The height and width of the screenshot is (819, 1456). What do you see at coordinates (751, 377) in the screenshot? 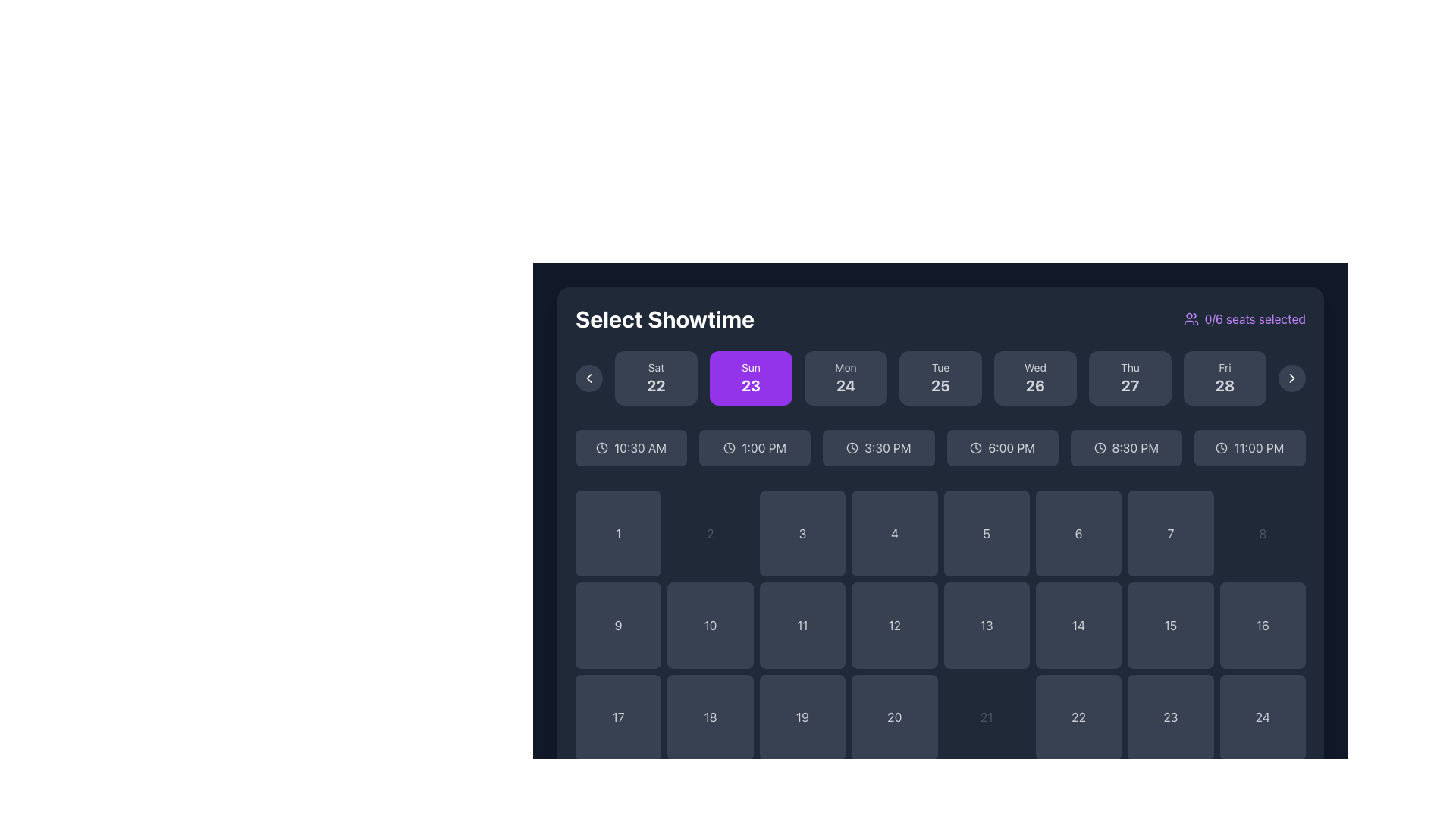
I see `the date indicator button representing 'Sunday, the 23rd' in the weekly date selector` at bounding box center [751, 377].